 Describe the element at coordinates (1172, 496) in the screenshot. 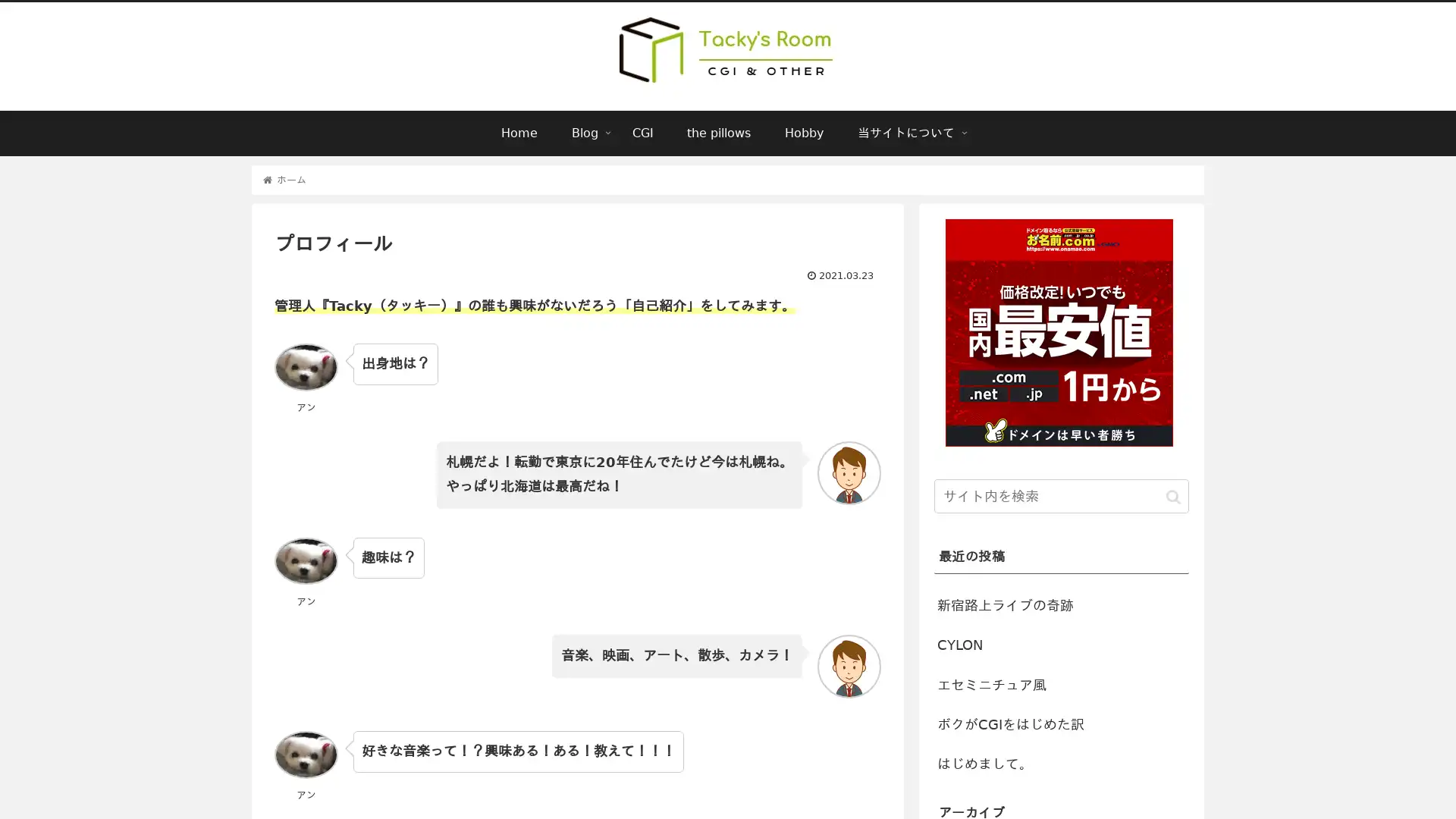

I see `button` at that location.